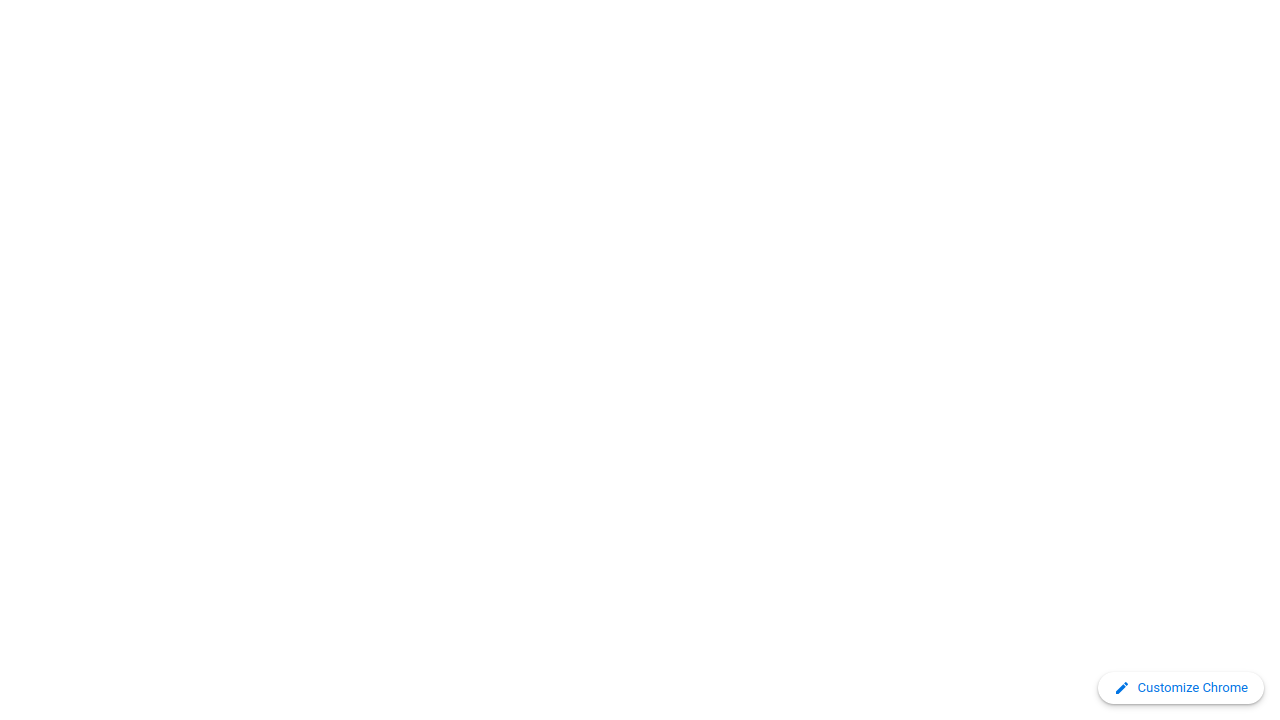  I want to click on 'Customize Chrome', so click(1180, 687).